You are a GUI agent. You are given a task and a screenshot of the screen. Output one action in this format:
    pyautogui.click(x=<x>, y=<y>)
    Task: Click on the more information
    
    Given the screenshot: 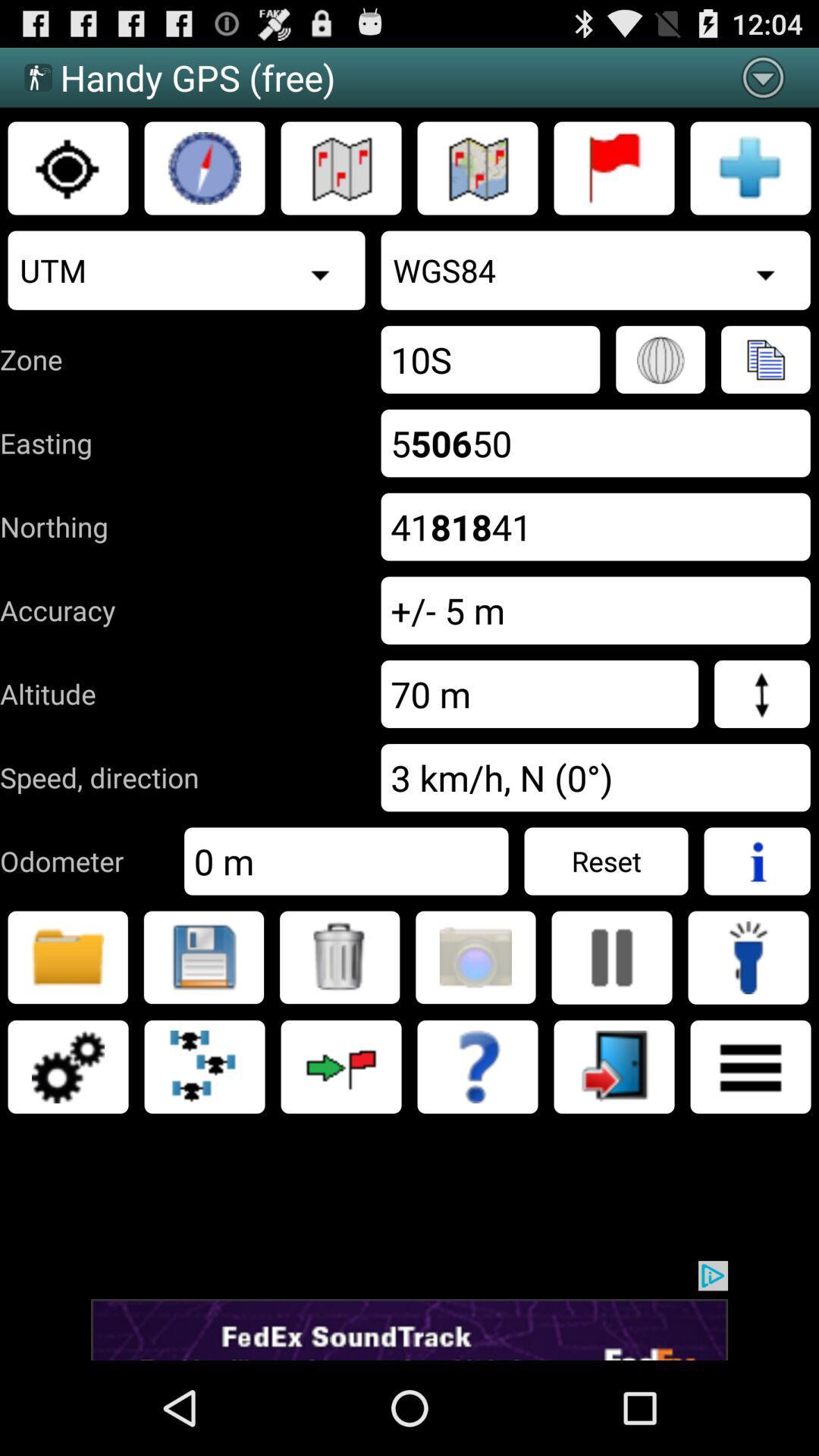 What is the action you would take?
    pyautogui.click(x=757, y=861)
    